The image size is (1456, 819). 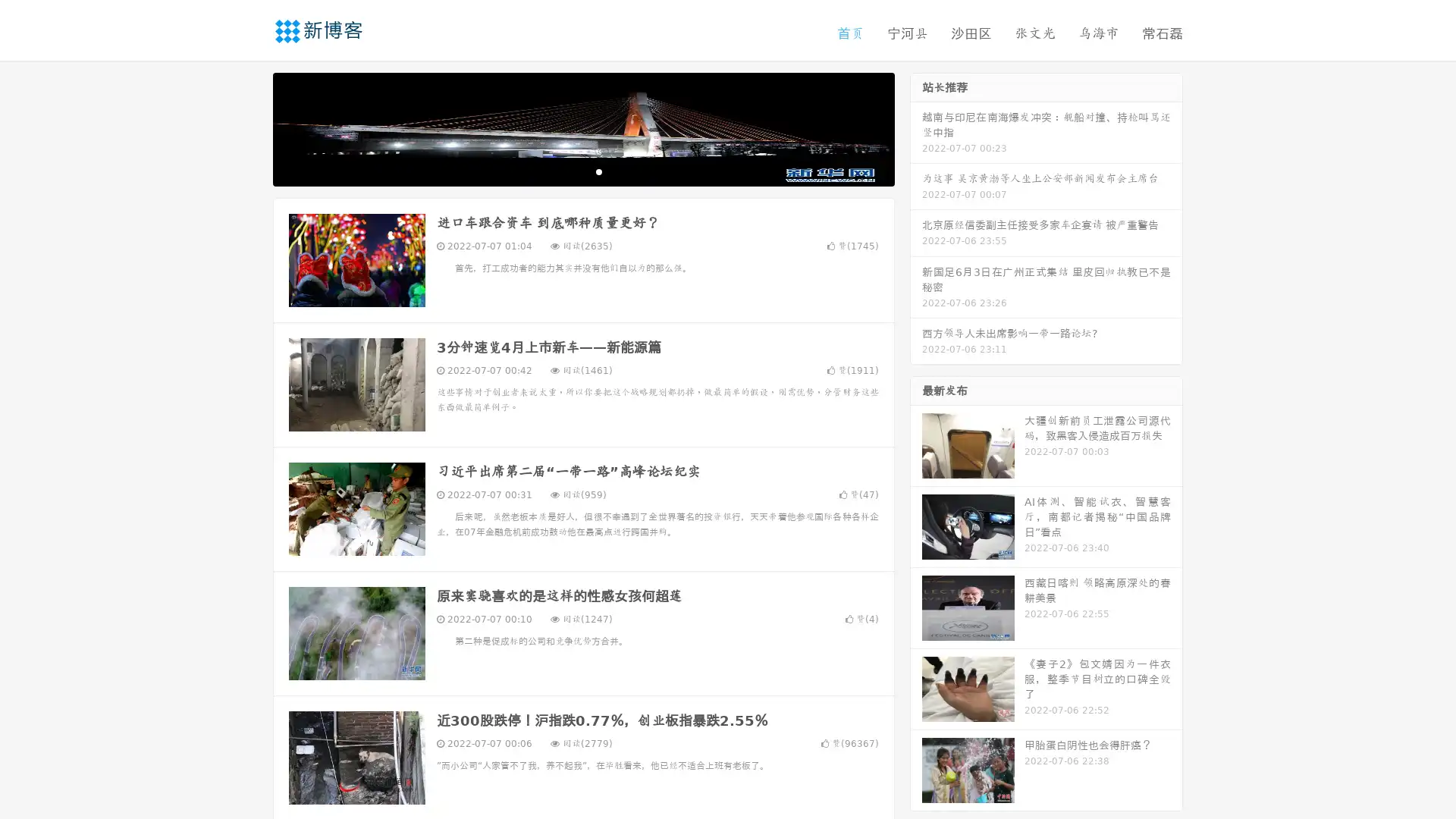 What do you see at coordinates (598, 171) in the screenshot?
I see `Go to slide 3` at bounding box center [598, 171].